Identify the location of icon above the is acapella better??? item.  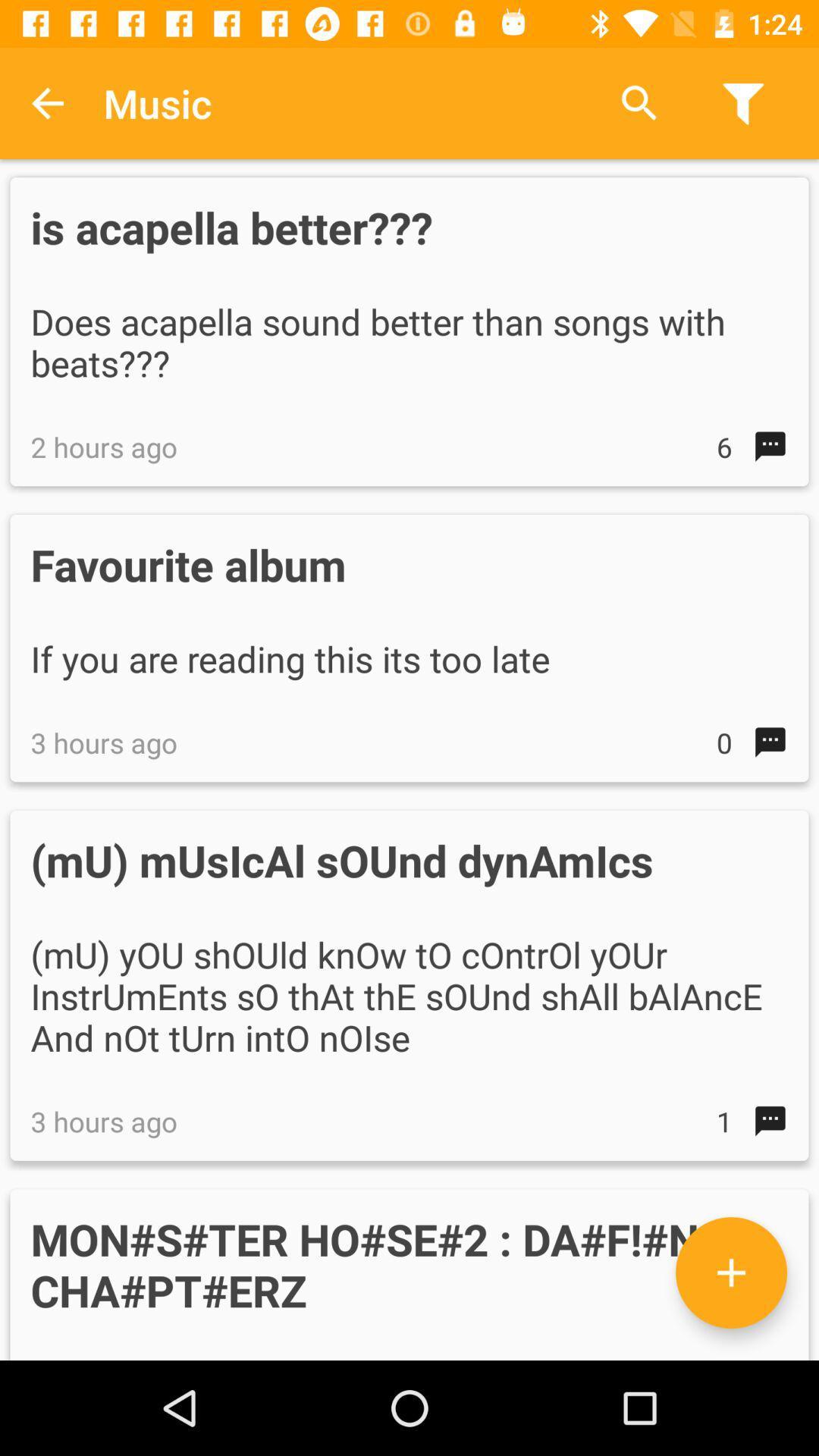
(639, 102).